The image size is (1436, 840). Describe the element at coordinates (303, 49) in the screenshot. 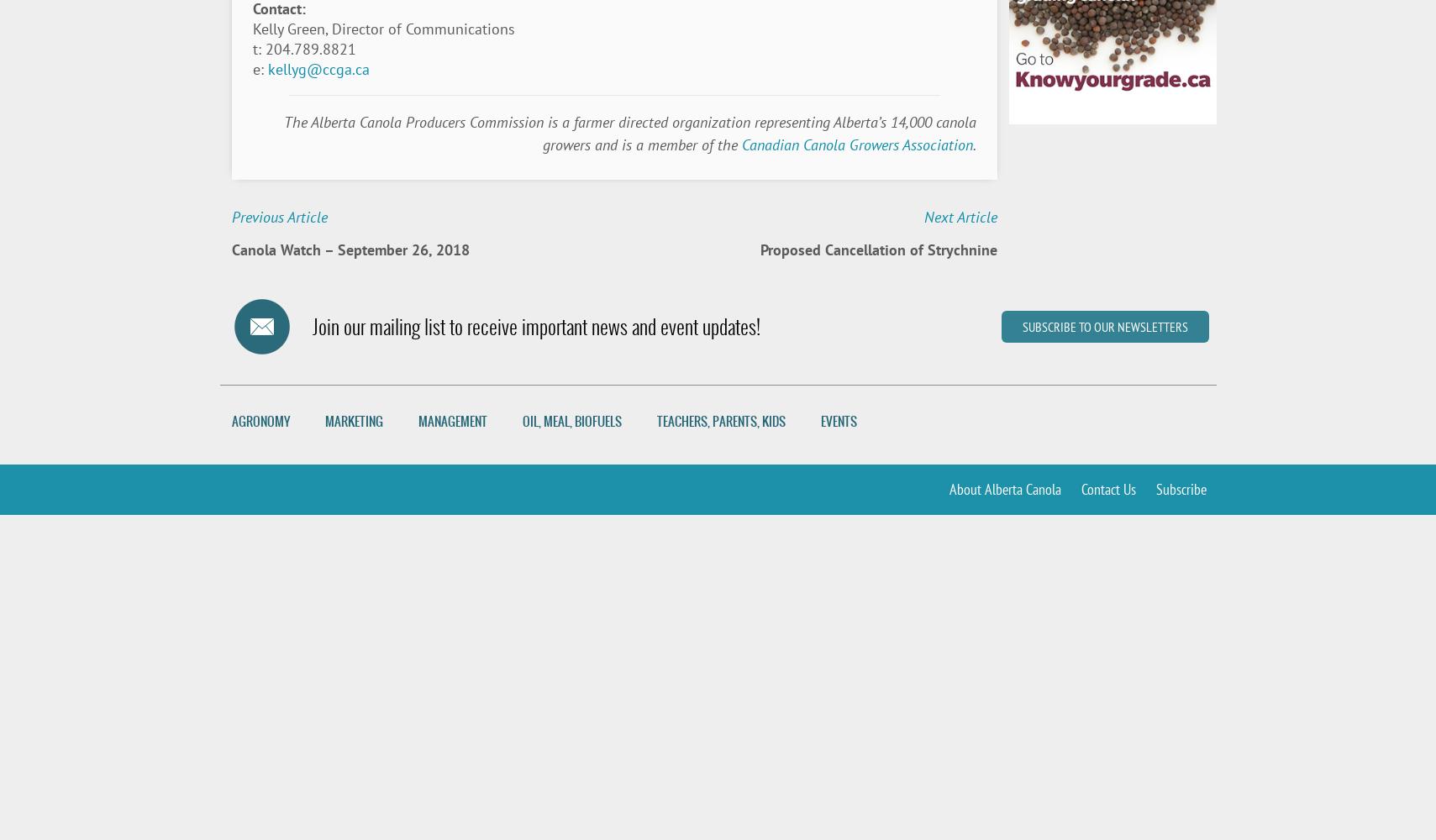

I see `'t: 204.789.8821'` at that location.